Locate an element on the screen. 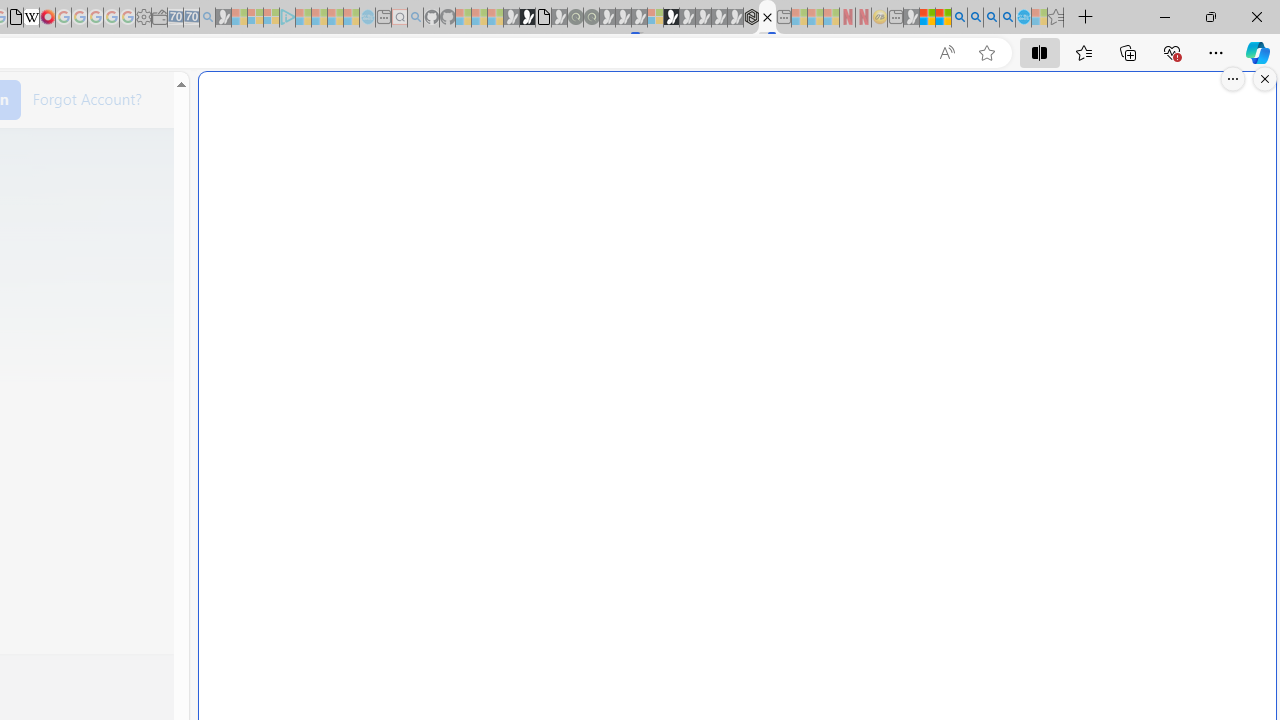 Image resolution: width=1280 pixels, height=720 pixels. 'Nordace - Cooler Bags' is located at coordinates (750, 17).